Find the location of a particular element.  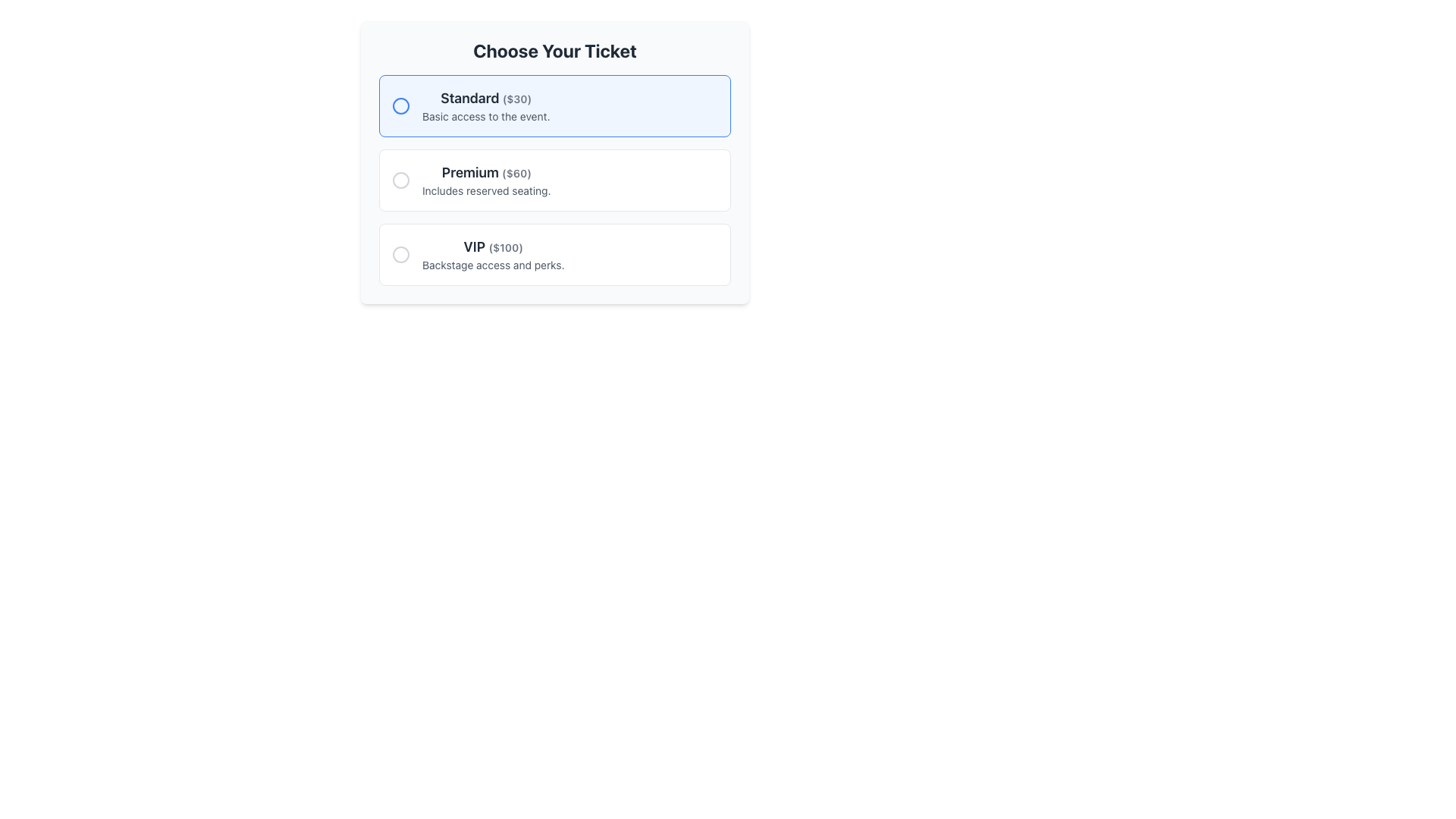

information provided in the 'Standard' ticket option text label, which includes its cost of $30 and the description 'Basic access to the event.' is located at coordinates (486, 105).